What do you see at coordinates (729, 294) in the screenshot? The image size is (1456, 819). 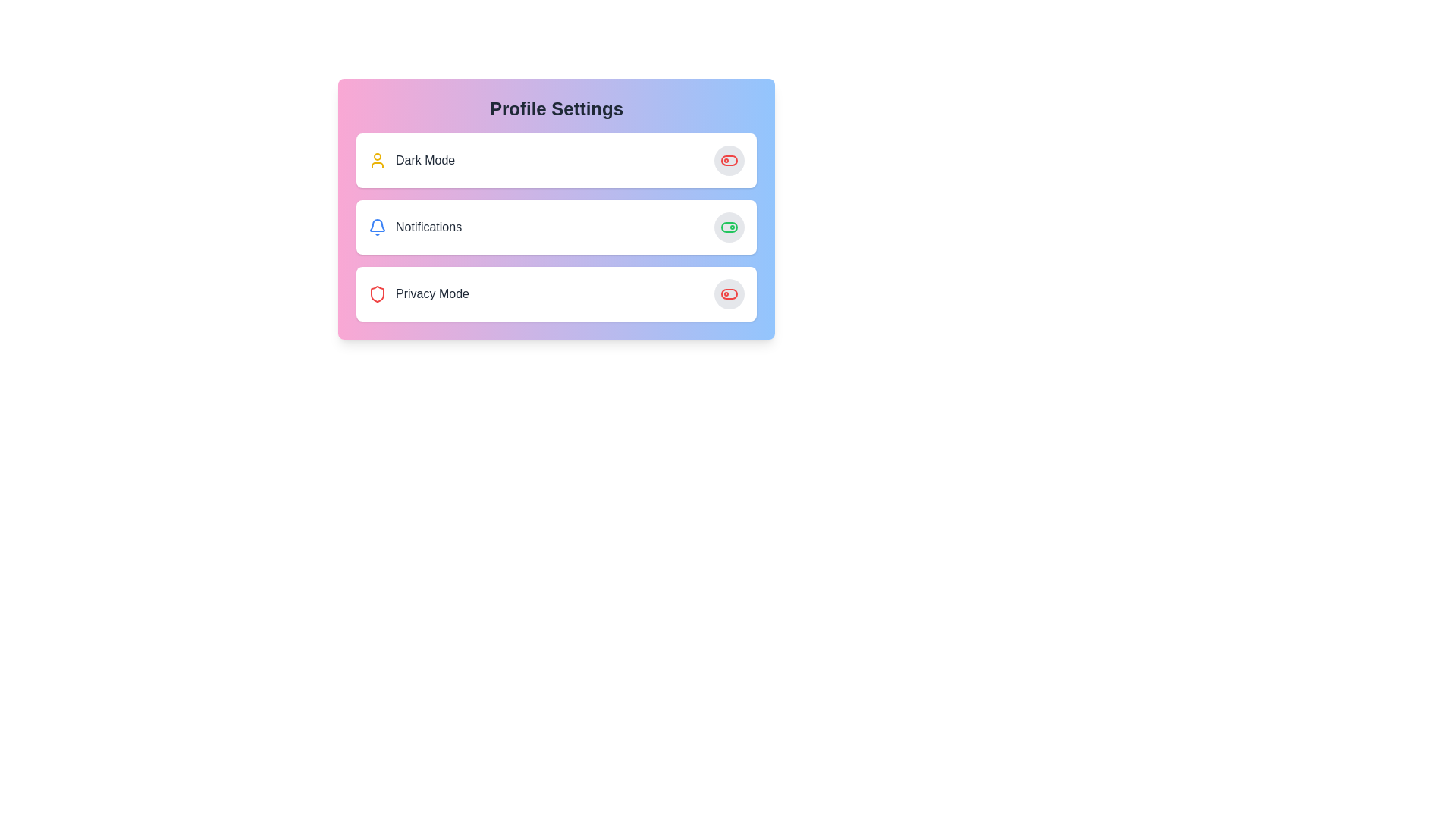 I see `the toggle button for the 'Privacy Mode' feature, located on the right side of the 'Privacy Mode' row in the 'Profile Settings' card layout` at bounding box center [729, 294].